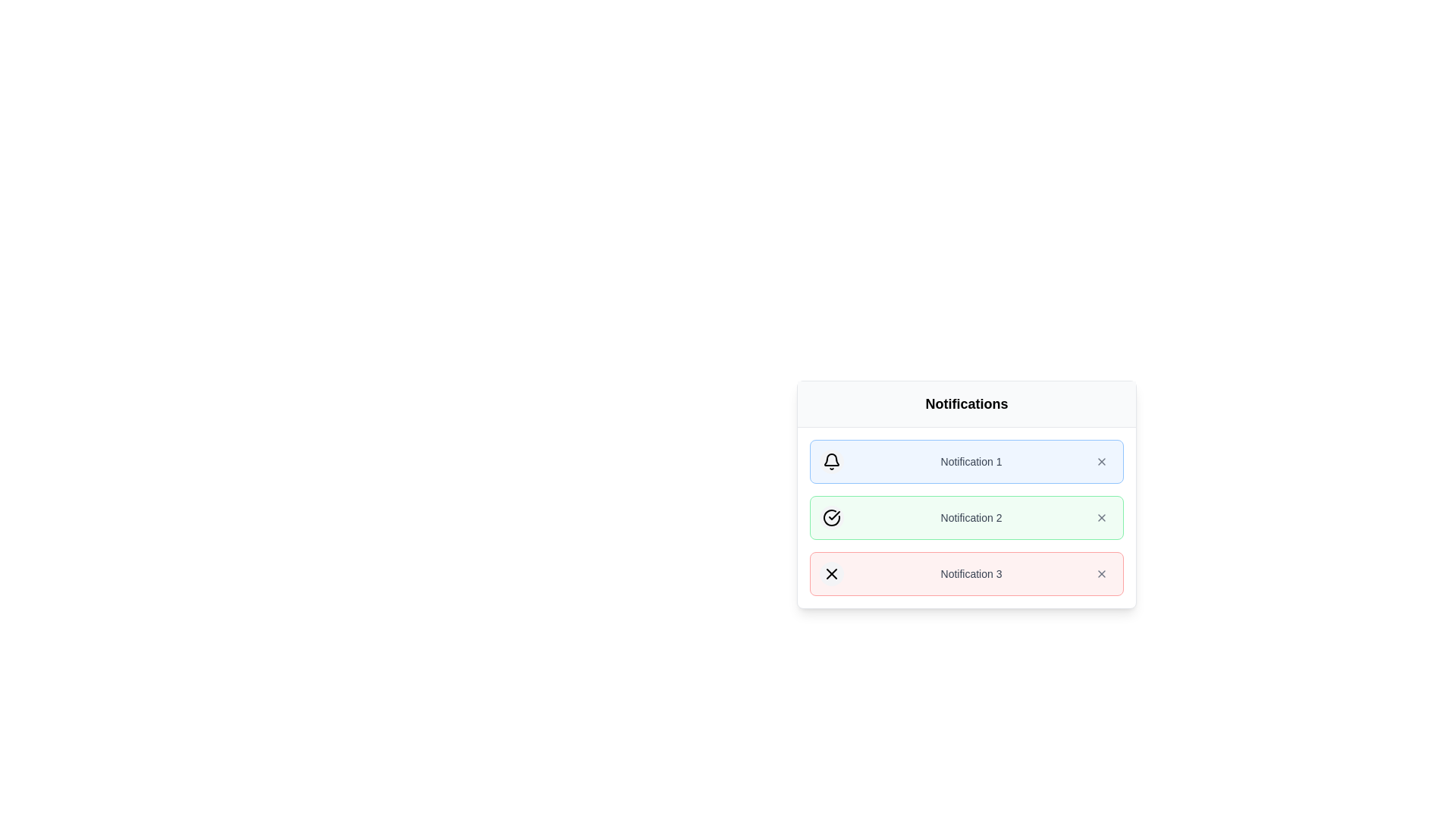 The image size is (1456, 819). Describe the element at coordinates (833, 514) in the screenshot. I see `the small black checkmark icon located within the second notification entry, which is highlighted with a green background, for acknowledgment` at that location.